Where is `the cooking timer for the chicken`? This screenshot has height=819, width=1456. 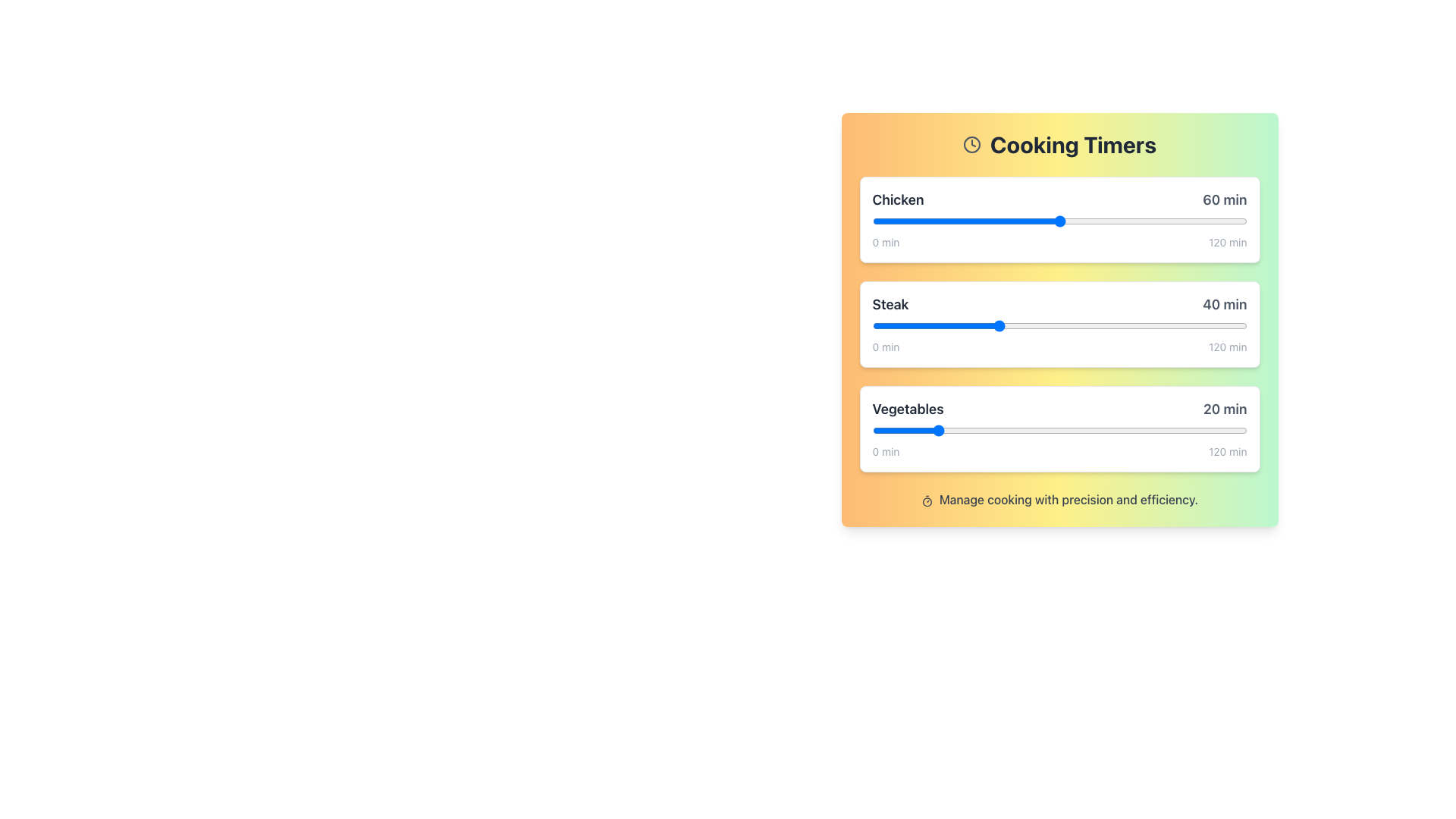
the cooking timer for the chicken is located at coordinates (952, 221).